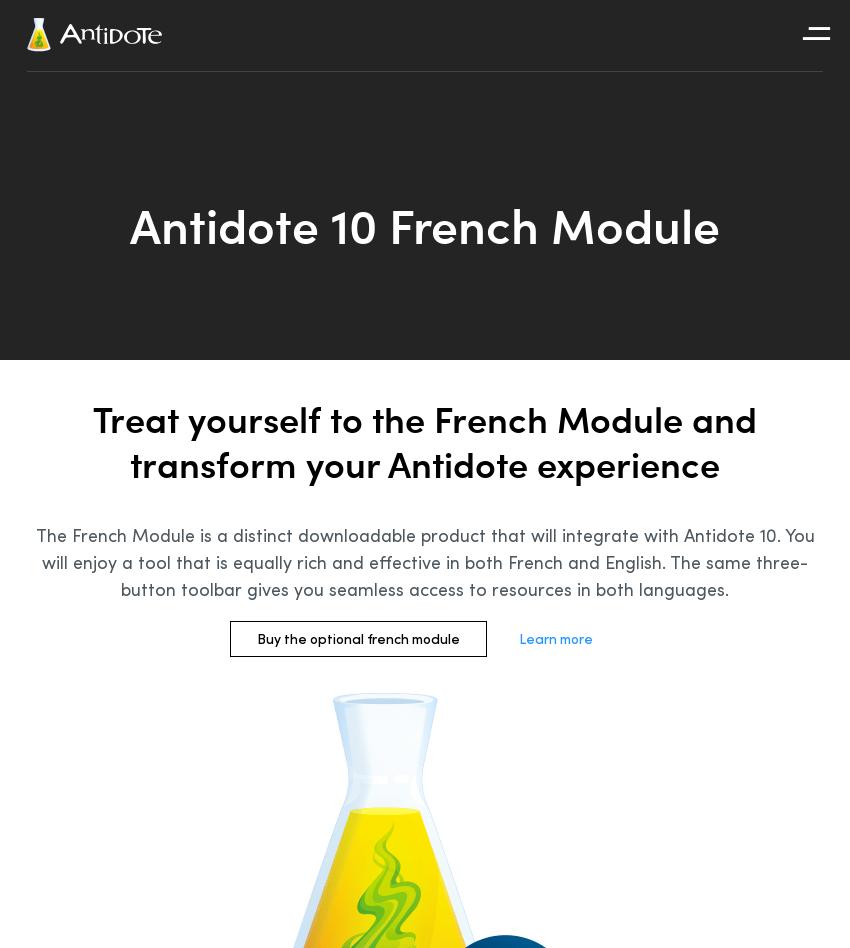 The image size is (850, 948). I want to click on 'Batch correction of identical cases', so click(62, 87).